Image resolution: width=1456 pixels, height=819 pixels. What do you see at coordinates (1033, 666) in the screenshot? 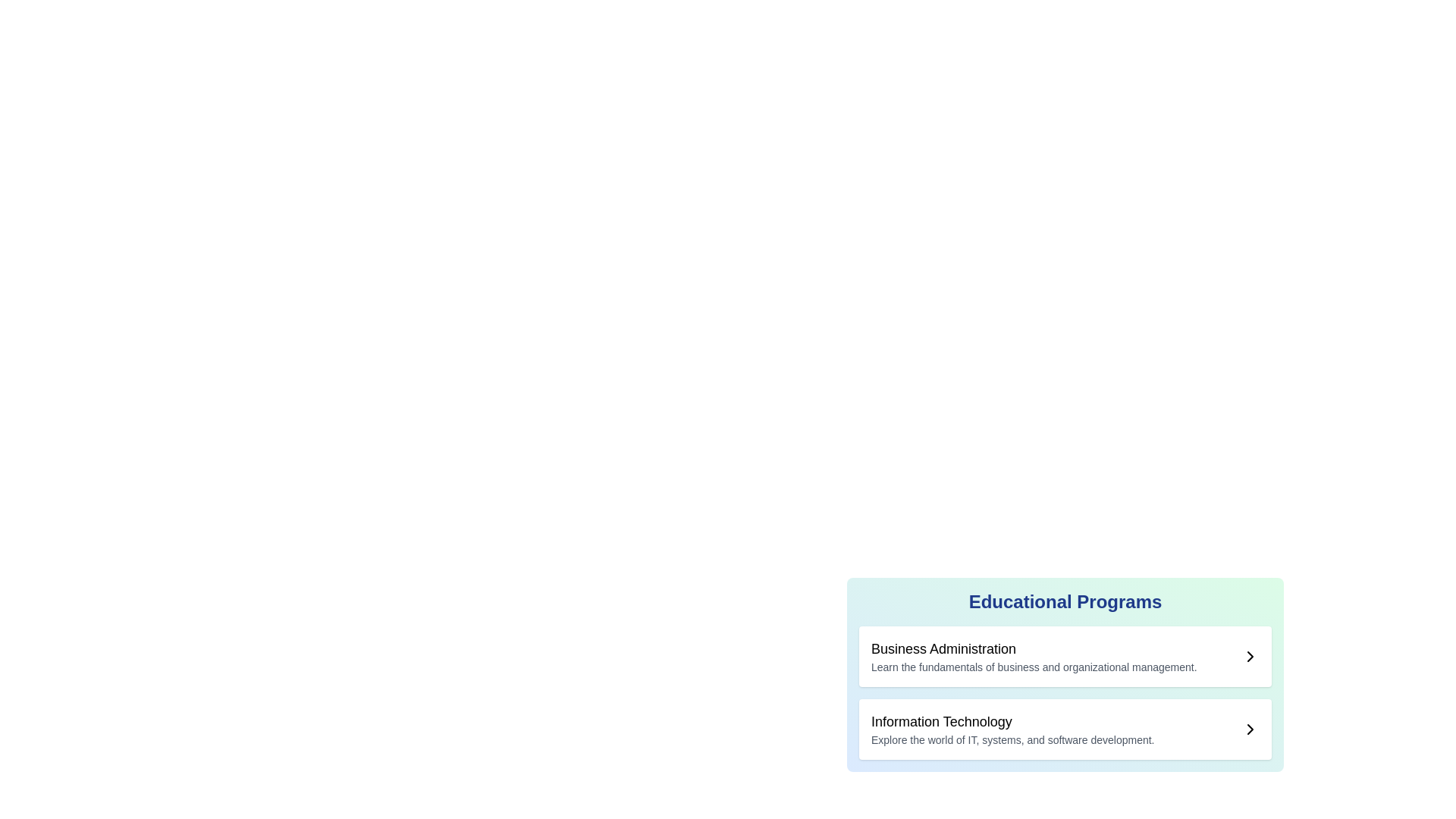
I see `subtext element that contains the line of text 'Learn the fundamentals of business and organizational management.' which is styled in small gray font and positioned below the header 'Business Administration' in the 'Educational Programs' section` at bounding box center [1033, 666].